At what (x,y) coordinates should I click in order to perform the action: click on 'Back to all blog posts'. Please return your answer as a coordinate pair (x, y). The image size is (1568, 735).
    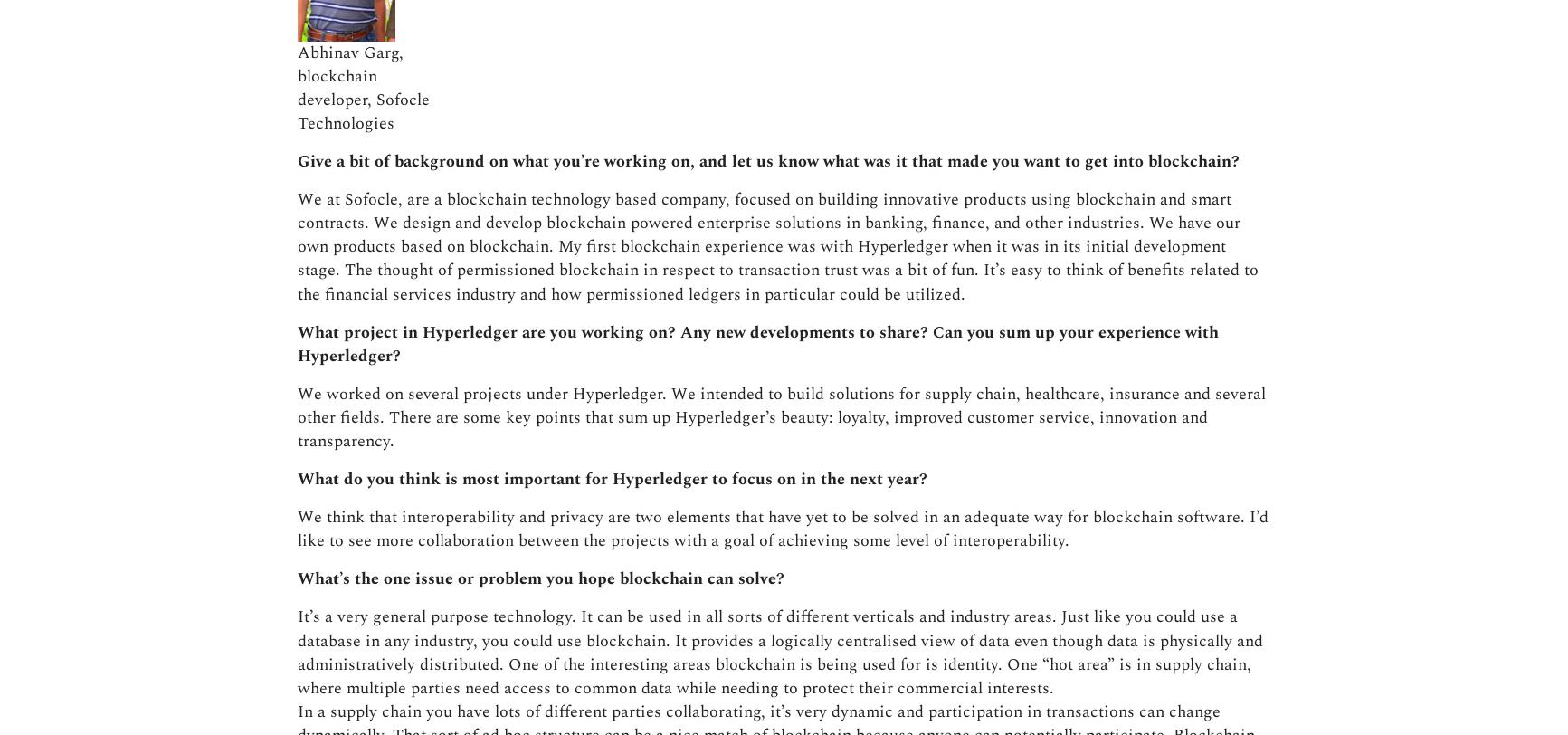
    Looking at the image, I should click on (803, 493).